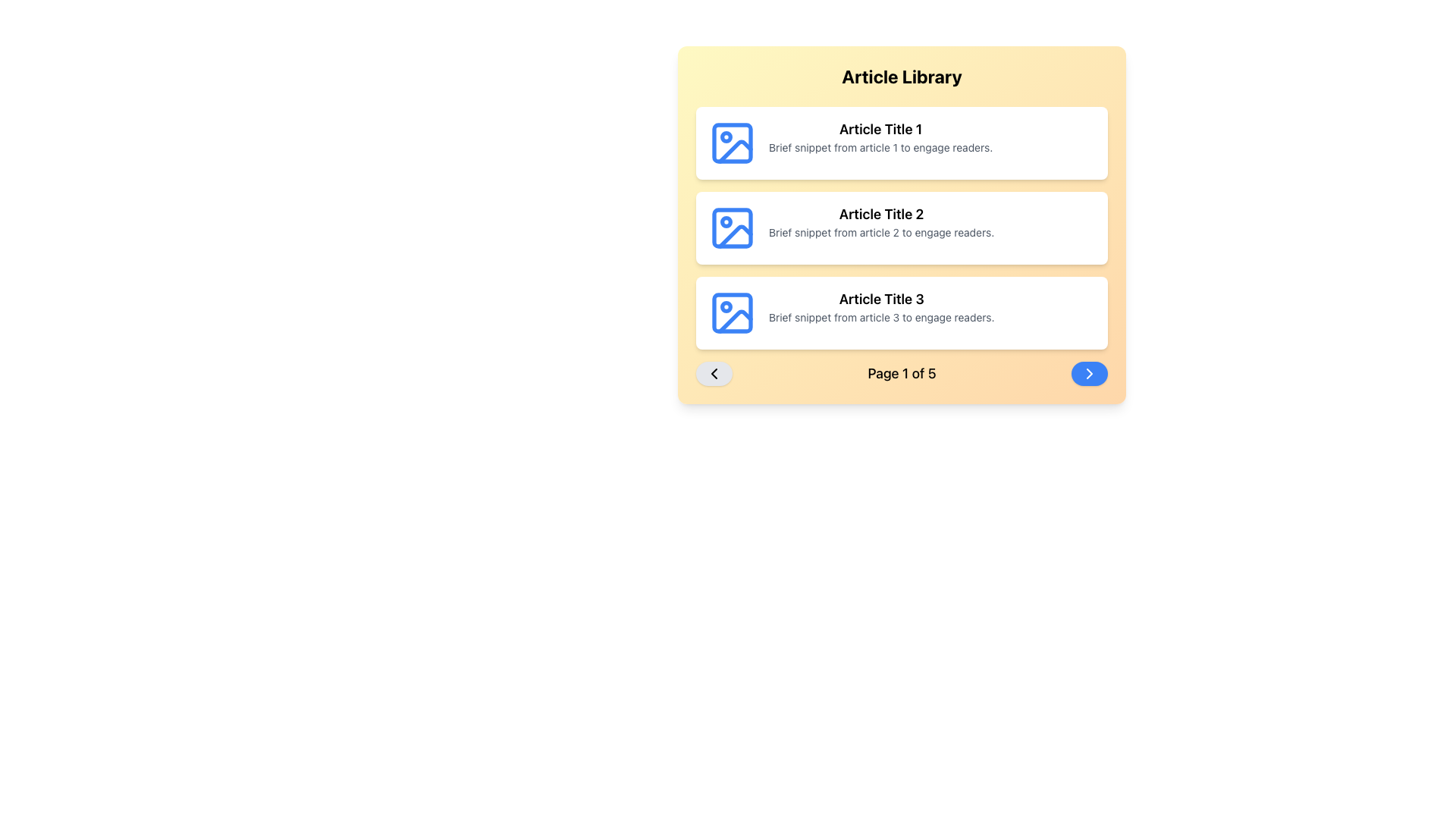 Image resolution: width=1456 pixels, height=819 pixels. Describe the element at coordinates (735, 152) in the screenshot. I see `the curving line icon segment that resembles the edge of a triangular shape in the top-left icon of the 'Article Title 1' section` at that location.